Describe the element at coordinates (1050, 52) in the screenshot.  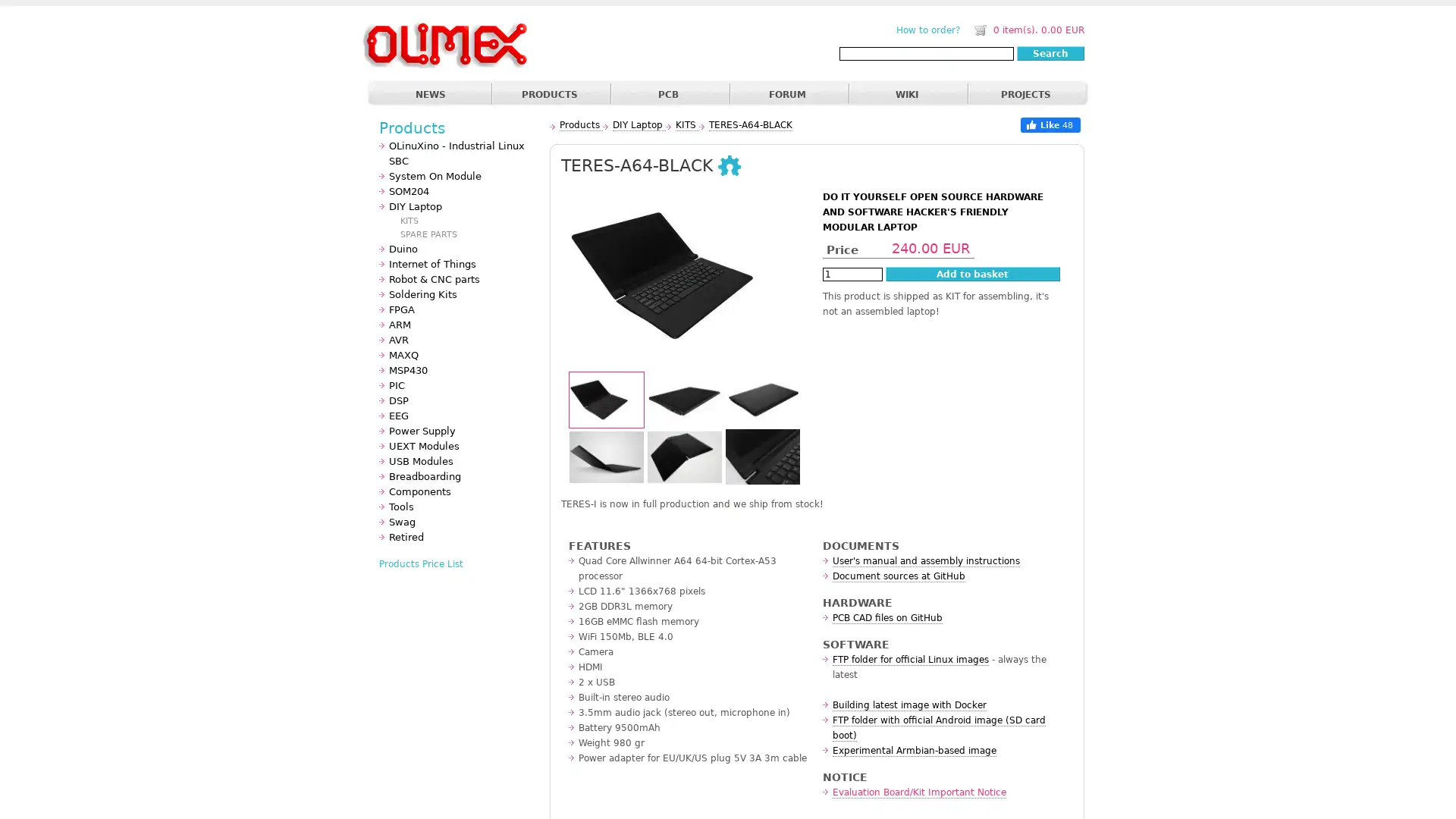
I see `Search` at that location.